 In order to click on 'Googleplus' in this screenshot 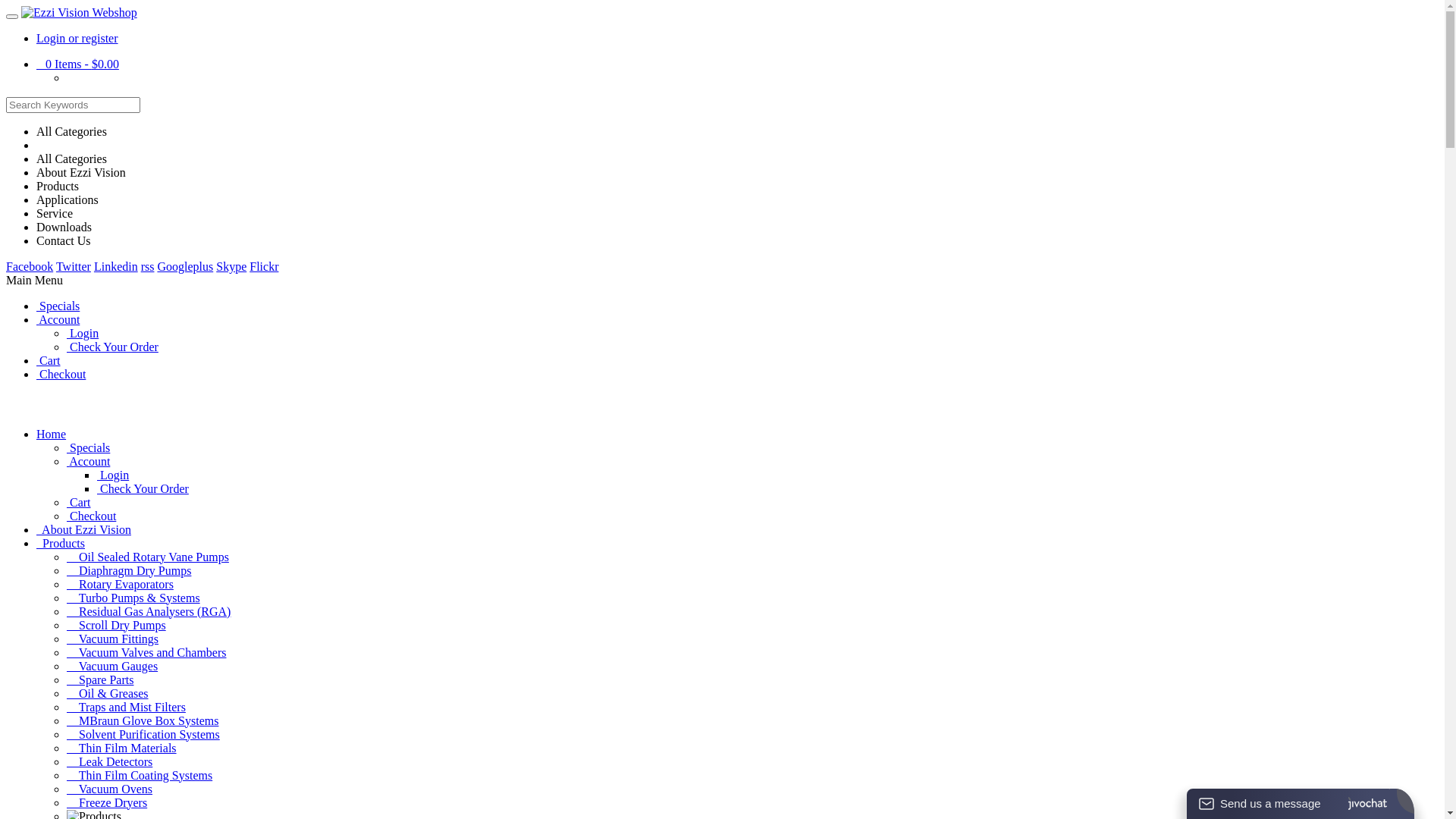, I will do `click(156, 265)`.